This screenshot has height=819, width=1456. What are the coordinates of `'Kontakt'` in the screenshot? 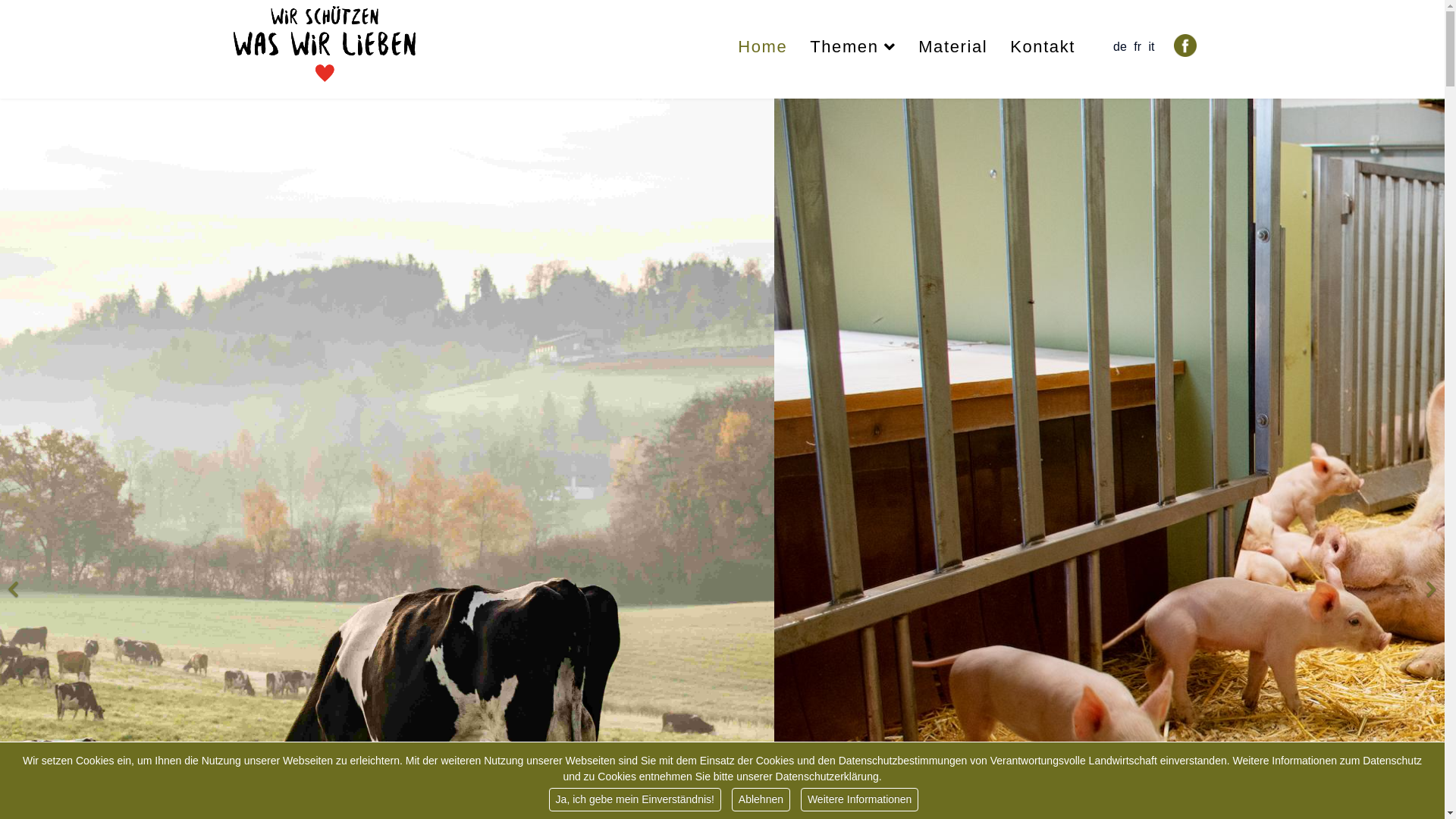 It's located at (1036, 45).